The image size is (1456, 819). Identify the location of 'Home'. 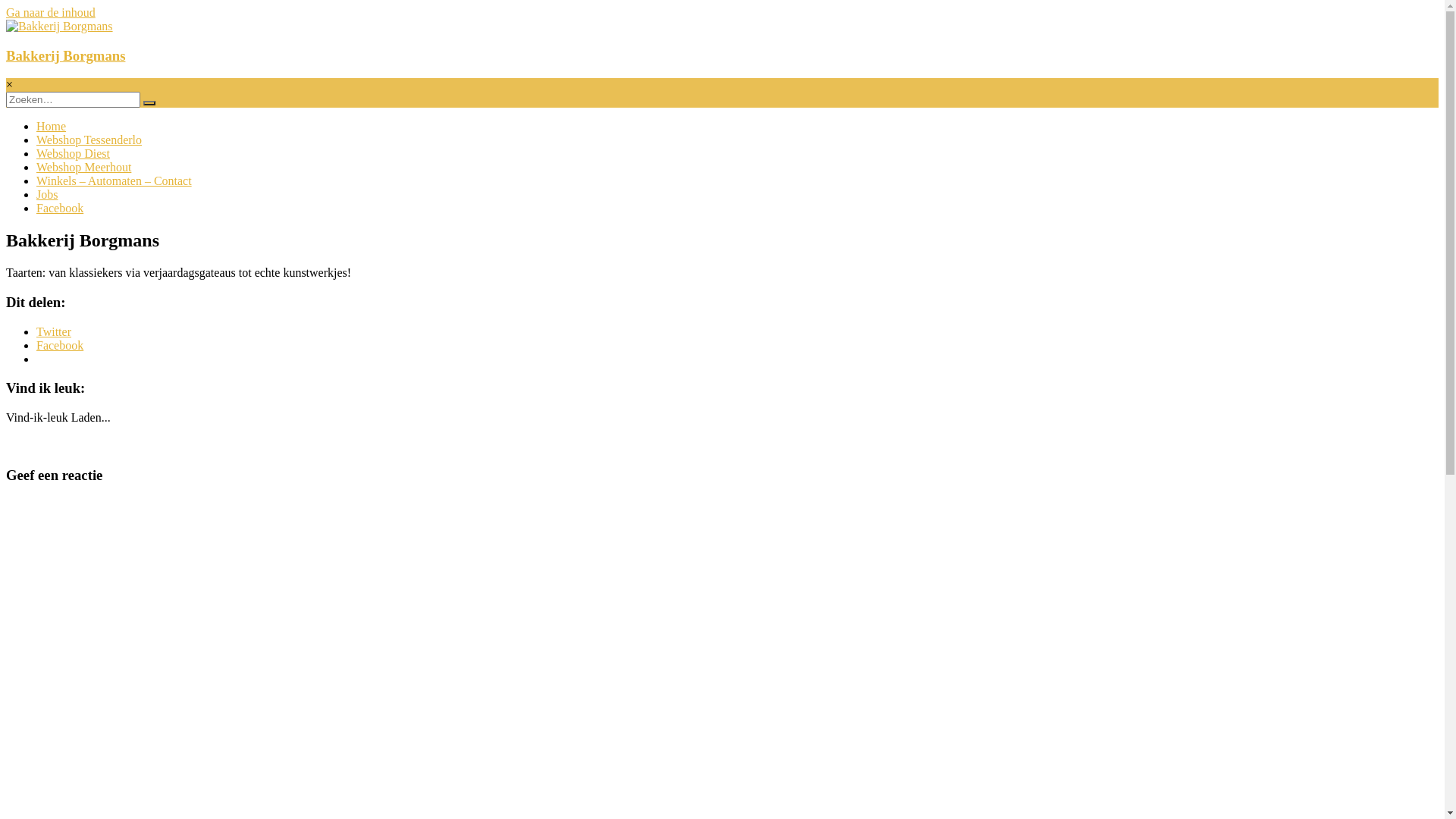
(51, 125).